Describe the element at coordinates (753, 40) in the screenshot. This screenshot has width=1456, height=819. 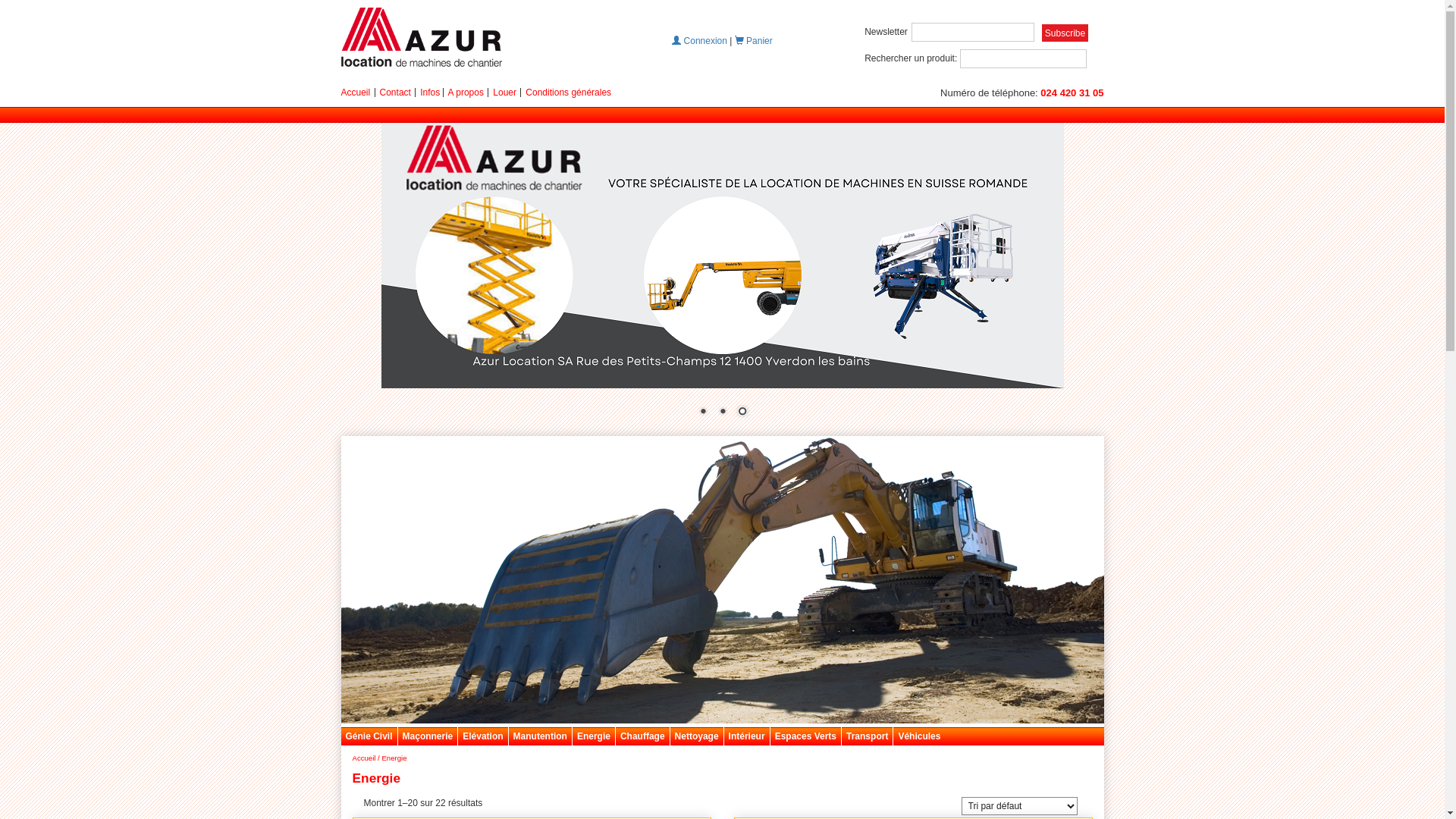
I see `'Panier'` at that location.